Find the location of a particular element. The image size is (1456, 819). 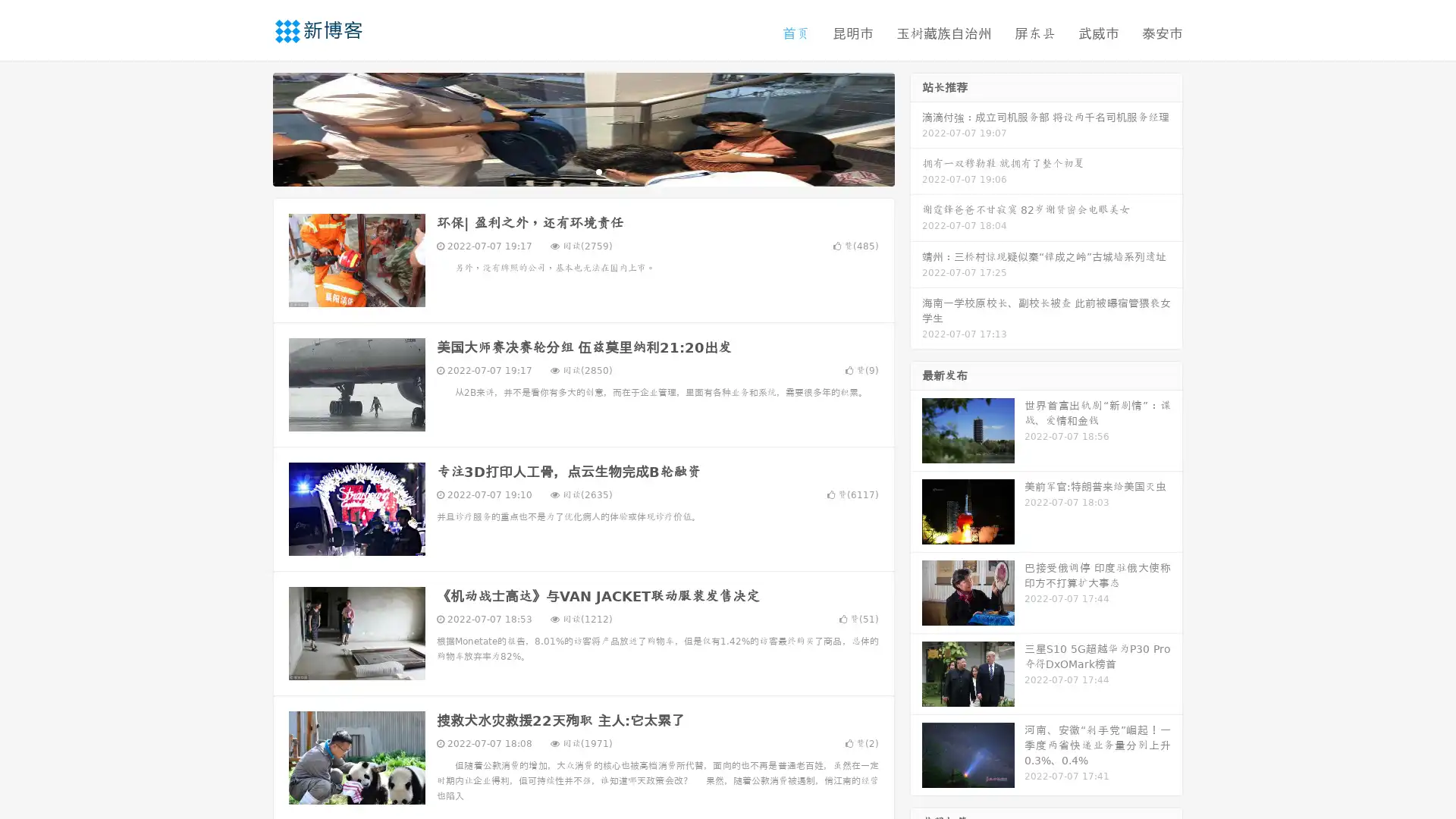

Go to slide 3 is located at coordinates (598, 171).